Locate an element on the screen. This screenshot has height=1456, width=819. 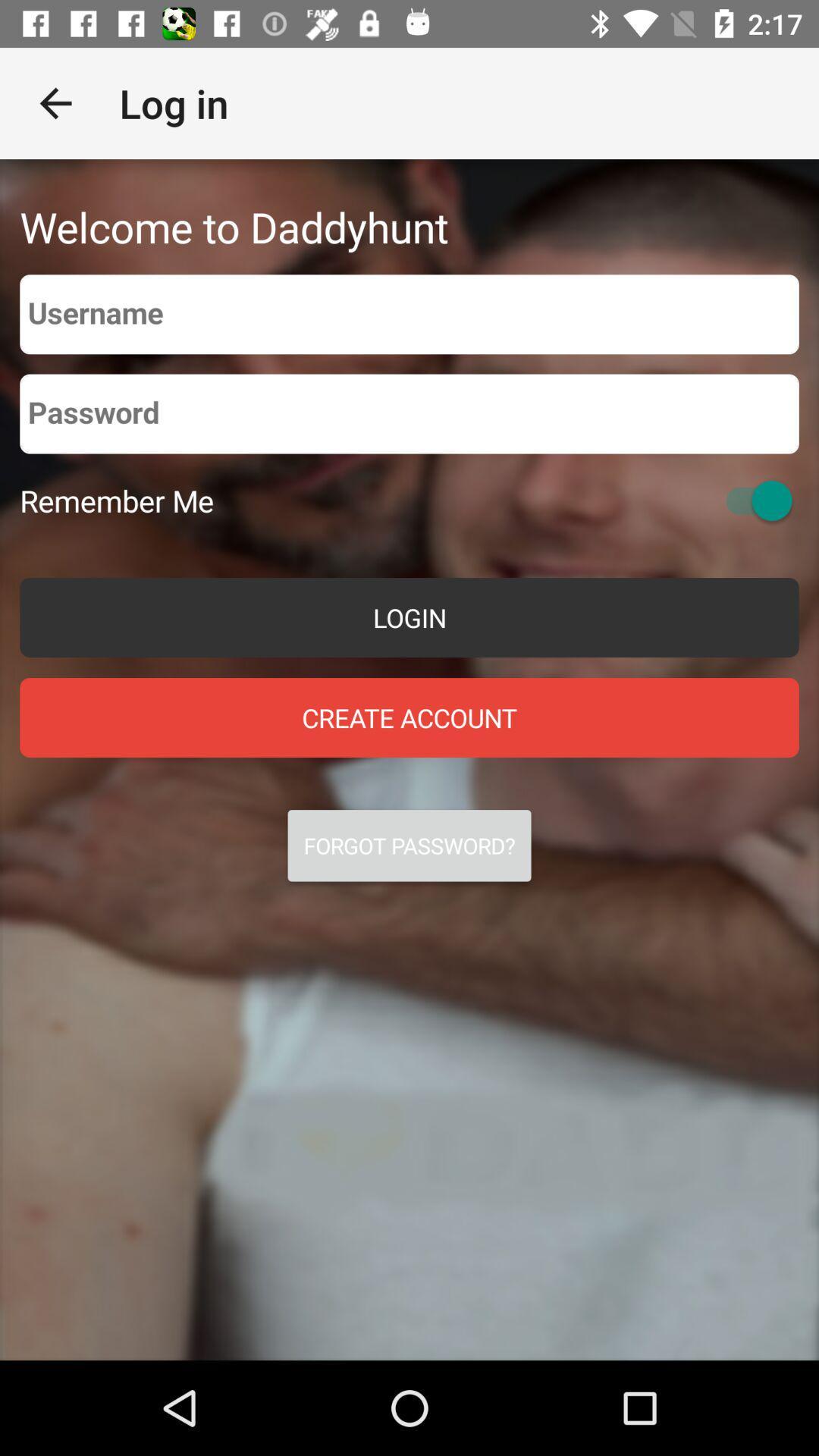
the login icon is located at coordinates (409, 617).